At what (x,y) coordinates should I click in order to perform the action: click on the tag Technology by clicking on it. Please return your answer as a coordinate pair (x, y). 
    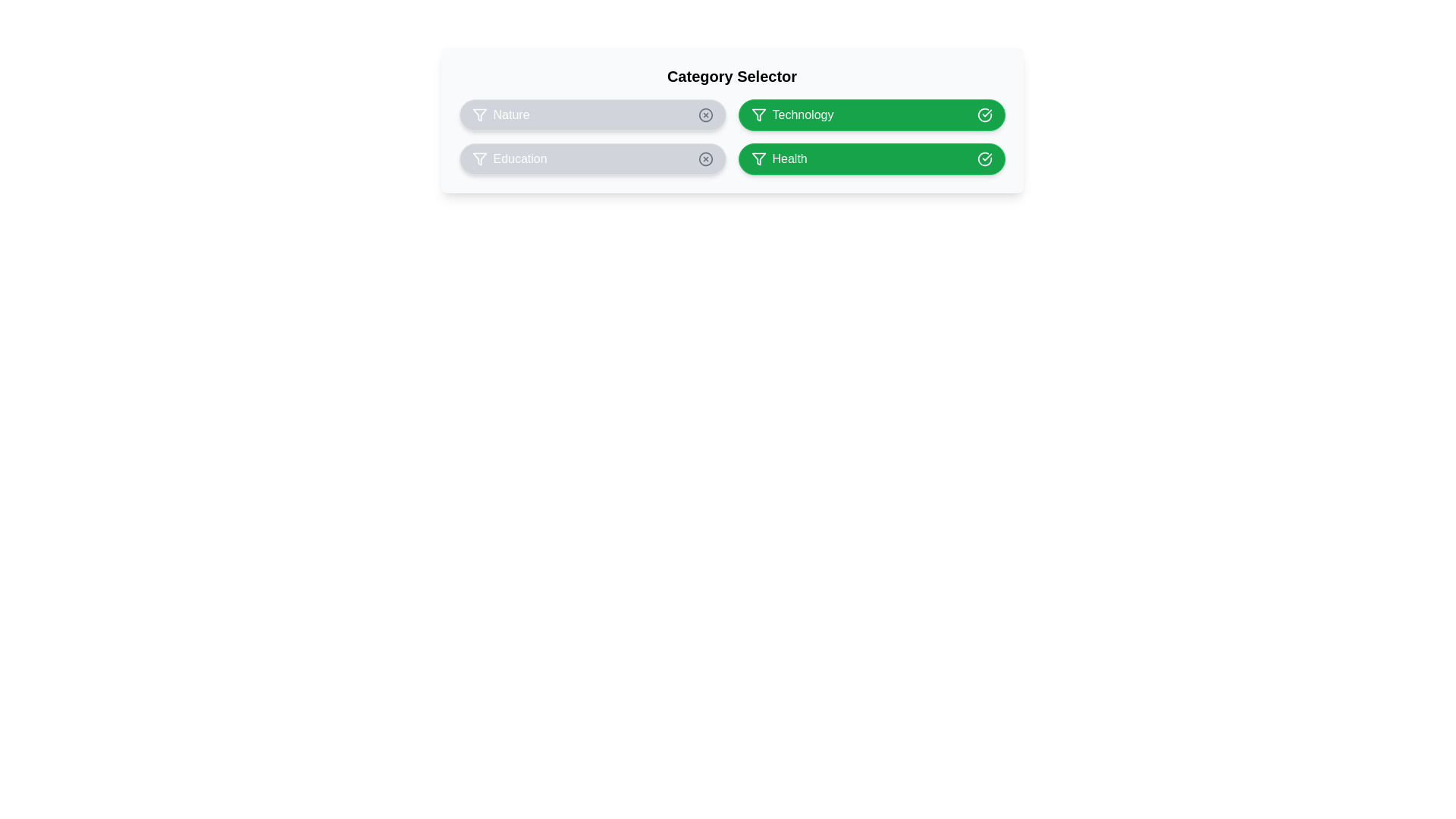
    Looking at the image, I should click on (871, 114).